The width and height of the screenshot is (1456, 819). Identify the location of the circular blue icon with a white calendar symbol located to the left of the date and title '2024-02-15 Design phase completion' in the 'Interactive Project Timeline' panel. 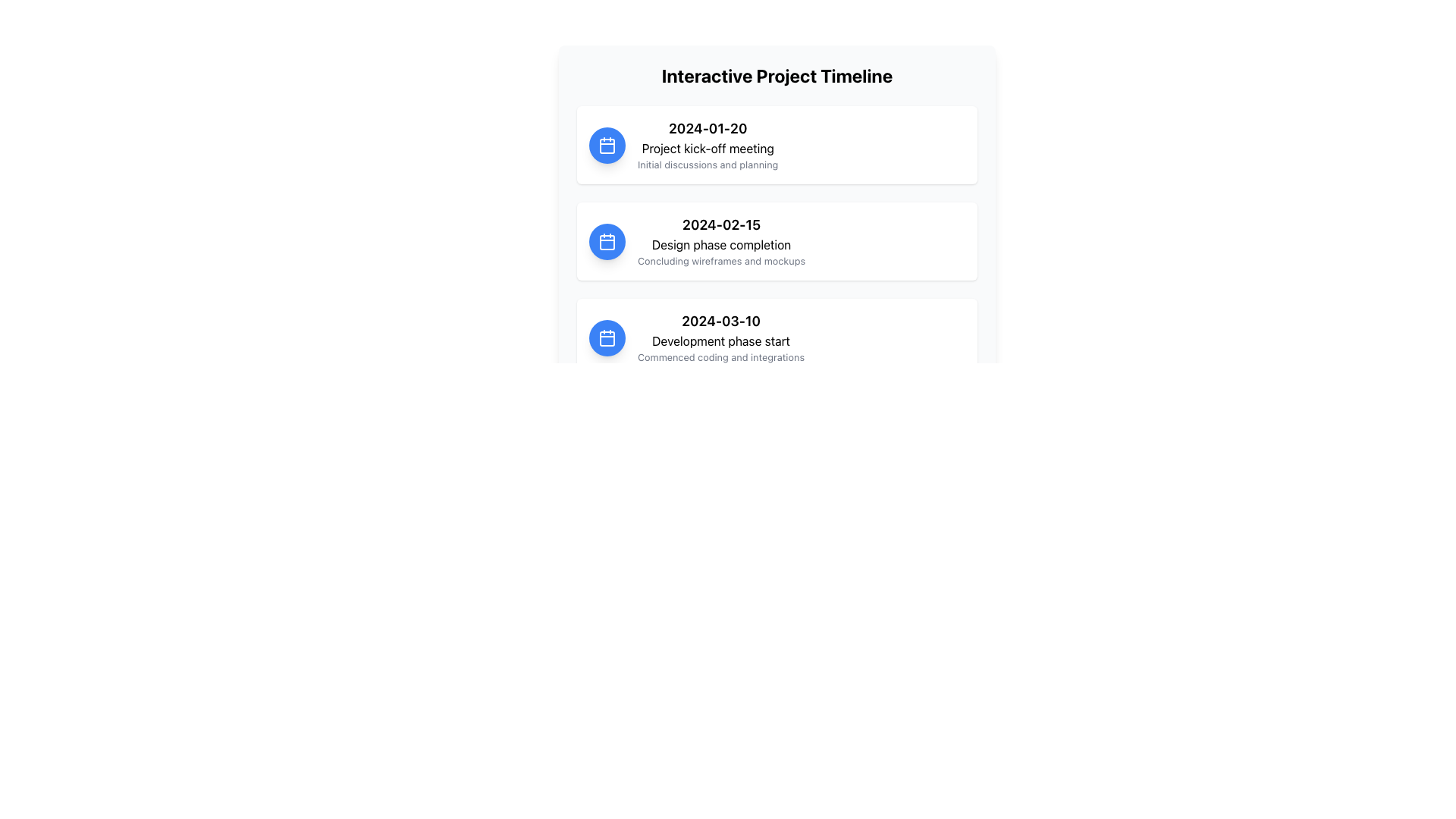
(607, 240).